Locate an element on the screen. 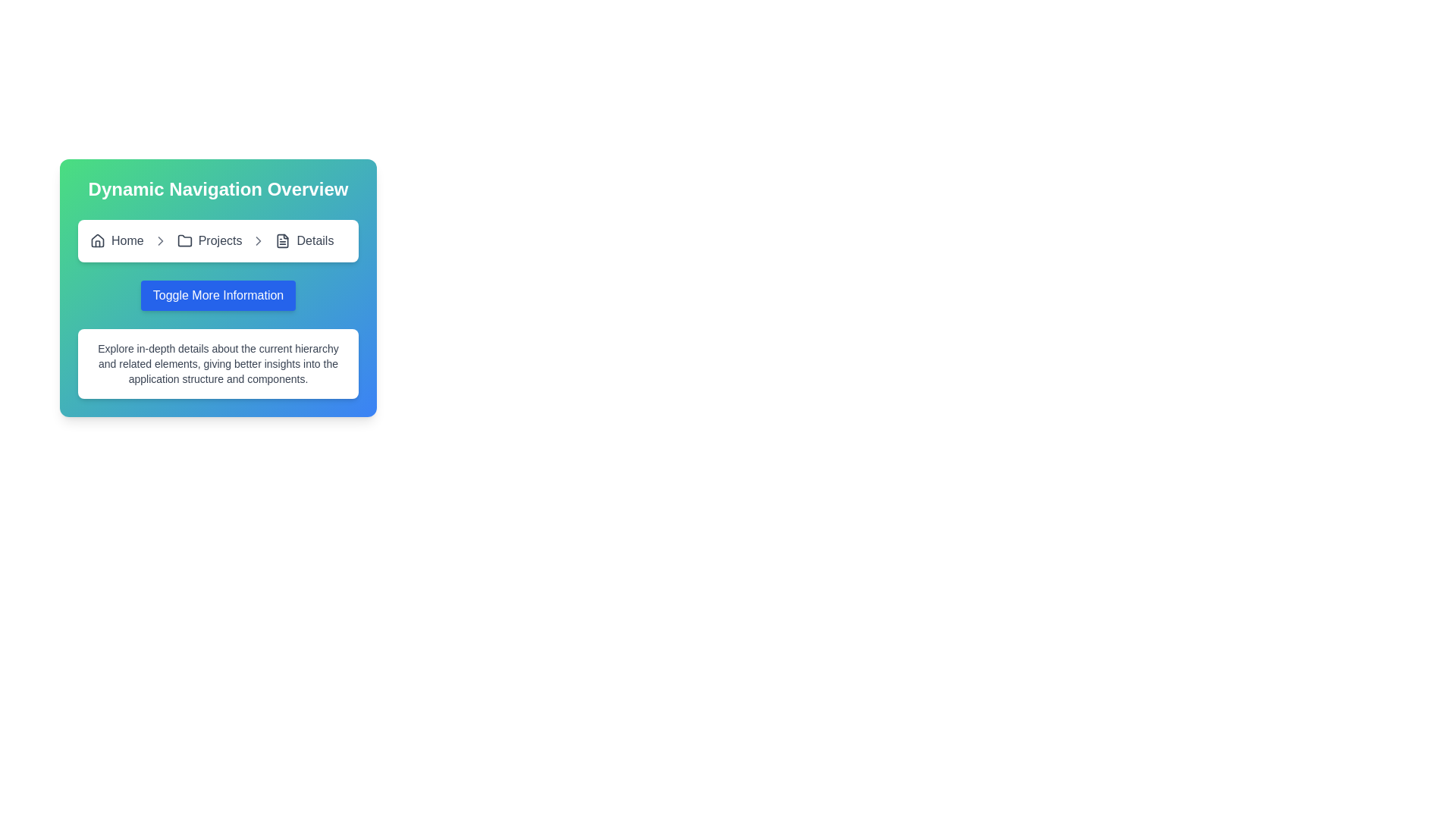 The width and height of the screenshot is (1456, 819). the visual appearance of the third chevron separator in the breadcrumb navigation bar, located between 'Projects' and 'Details' is located at coordinates (259, 240).